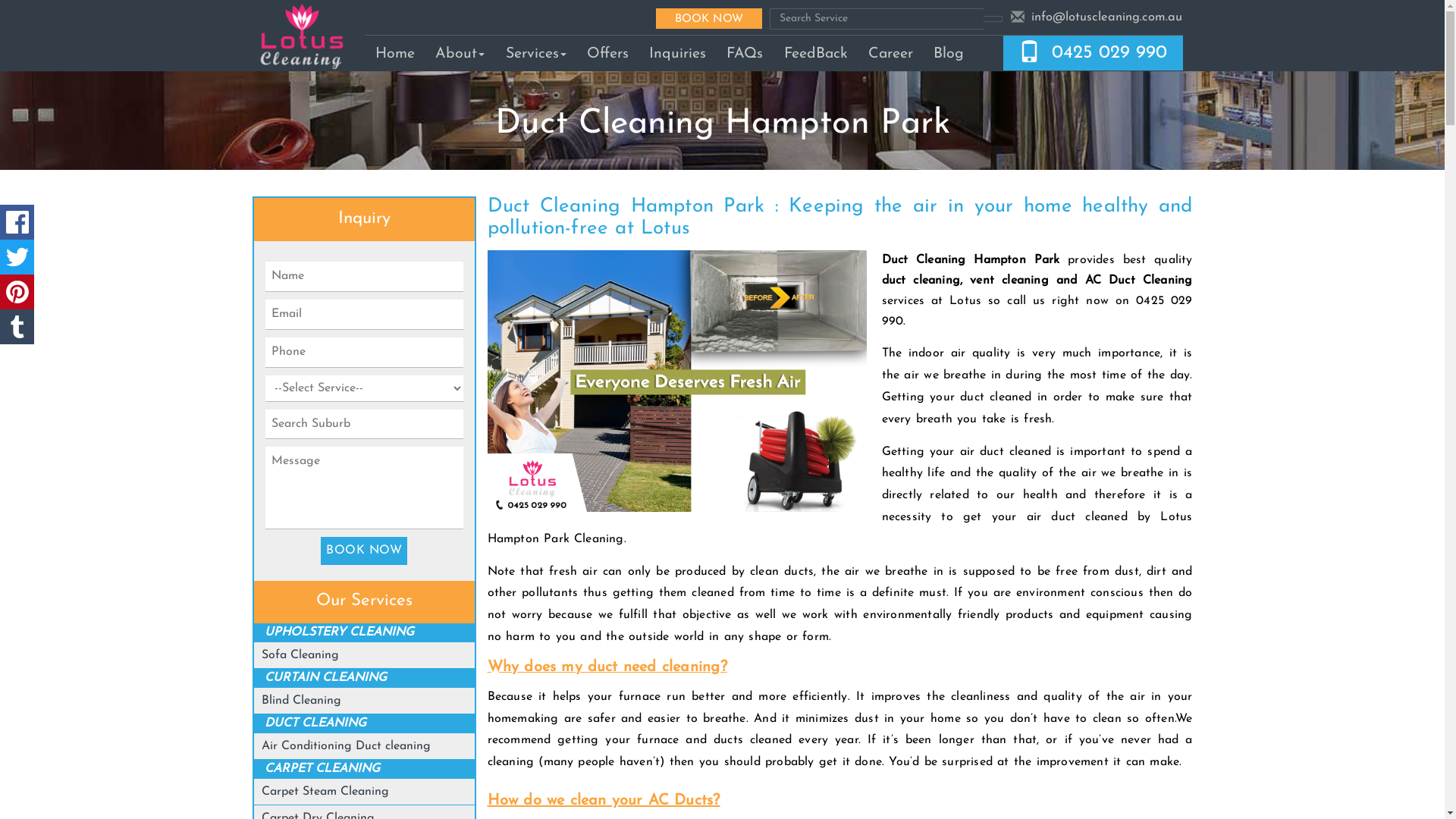  I want to click on 'CARPET CLEANING', so click(322, 769).